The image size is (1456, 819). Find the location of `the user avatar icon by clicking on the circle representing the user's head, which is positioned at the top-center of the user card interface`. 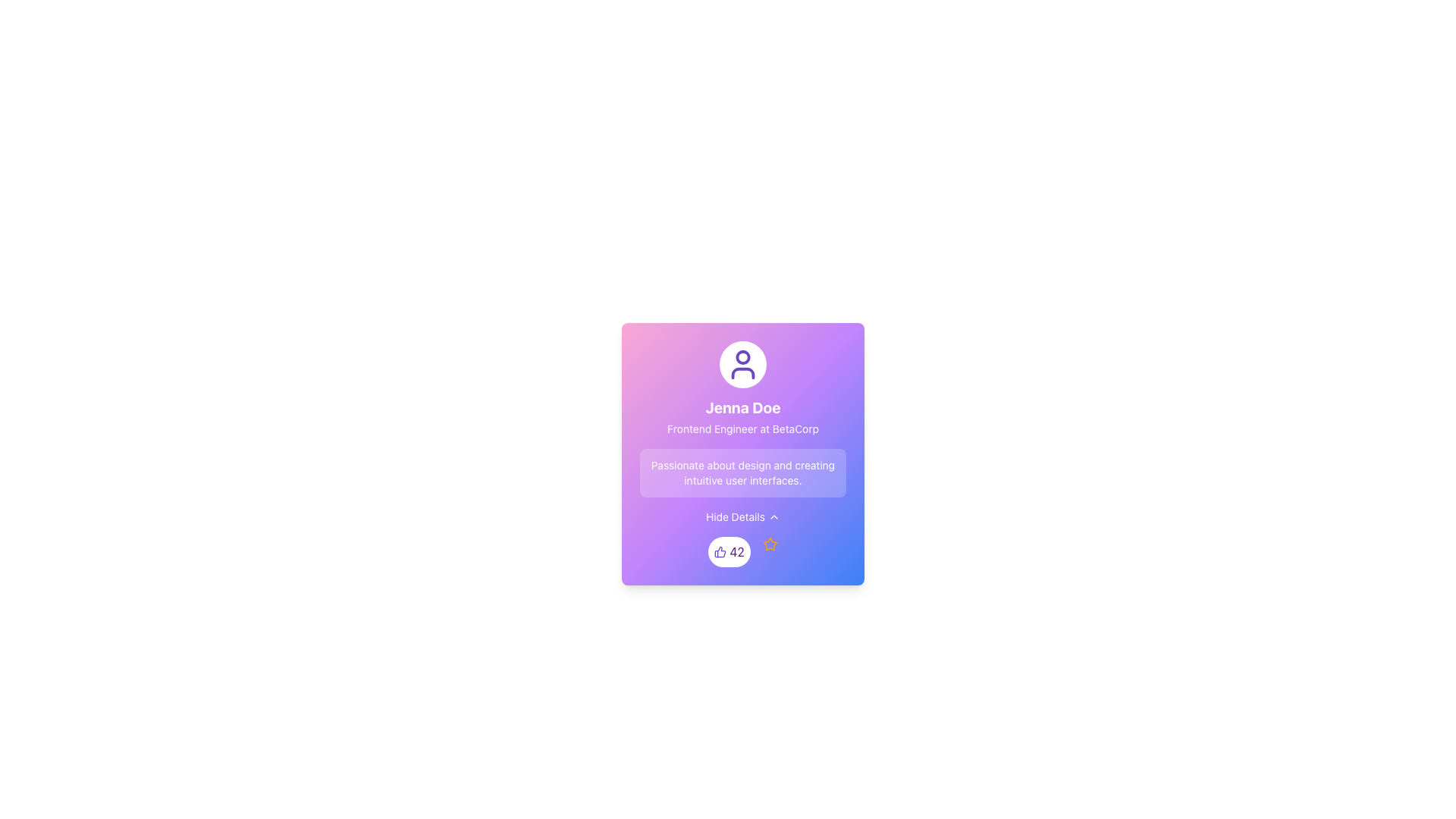

the user avatar icon by clicking on the circle representing the user's head, which is positioned at the top-center of the user card interface is located at coordinates (742, 356).